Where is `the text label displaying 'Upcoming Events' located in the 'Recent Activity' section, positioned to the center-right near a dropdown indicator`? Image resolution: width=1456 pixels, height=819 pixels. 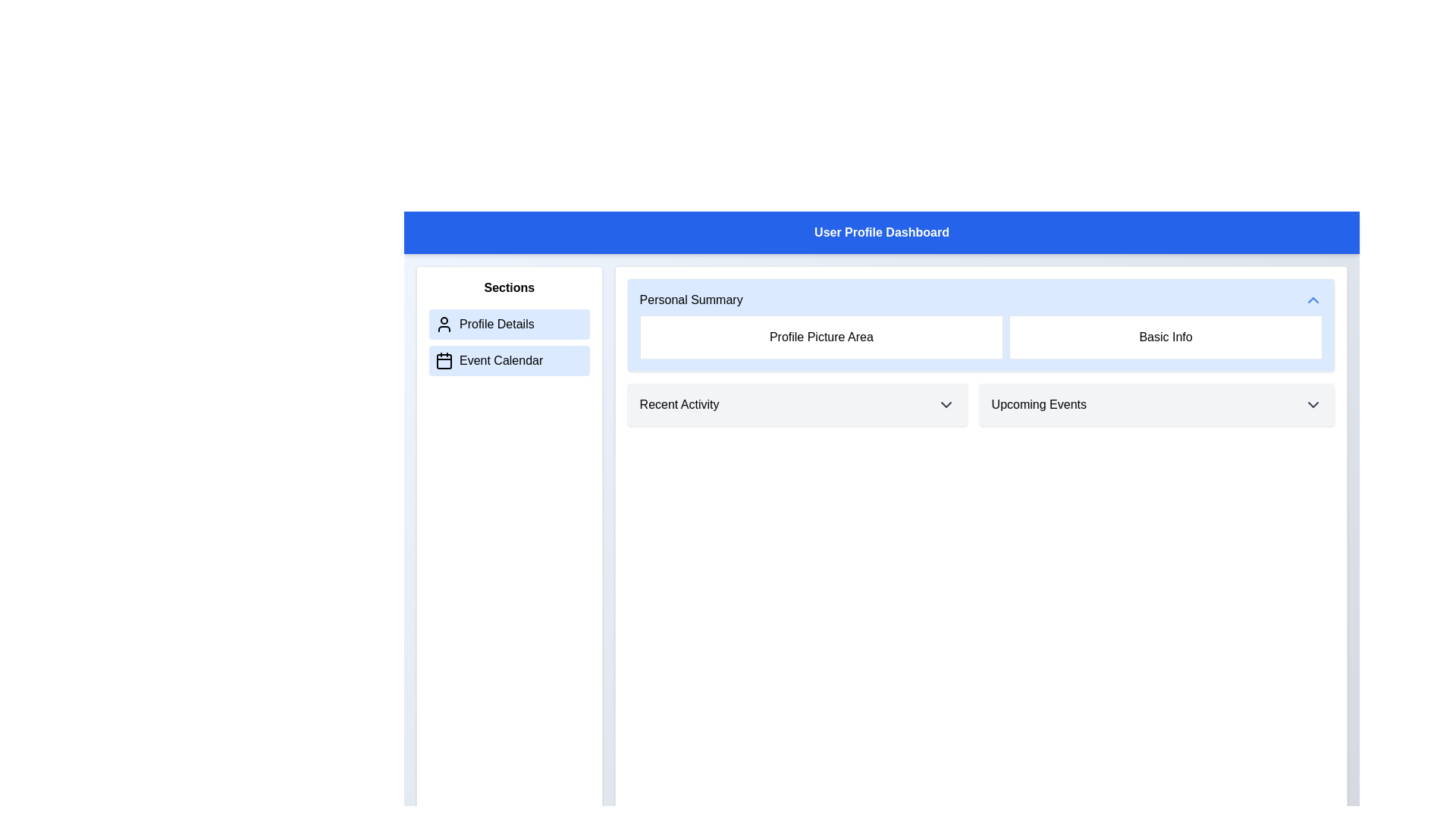
the text label displaying 'Upcoming Events' located in the 'Recent Activity' section, positioned to the center-right near a dropdown indicator is located at coordinates (1038, 403).